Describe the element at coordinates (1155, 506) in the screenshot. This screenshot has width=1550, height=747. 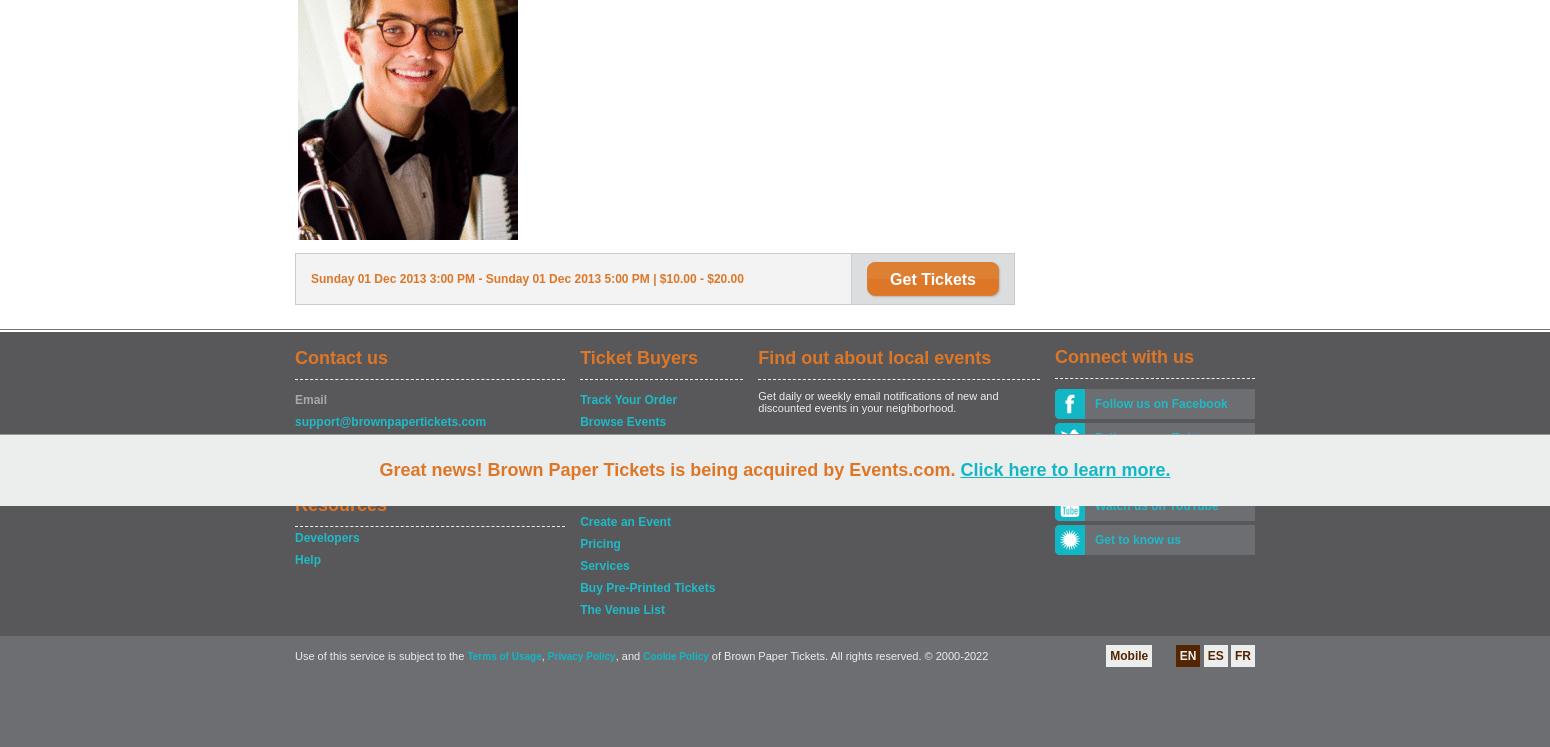
I see `'Watch us on YouTube'` at that location.